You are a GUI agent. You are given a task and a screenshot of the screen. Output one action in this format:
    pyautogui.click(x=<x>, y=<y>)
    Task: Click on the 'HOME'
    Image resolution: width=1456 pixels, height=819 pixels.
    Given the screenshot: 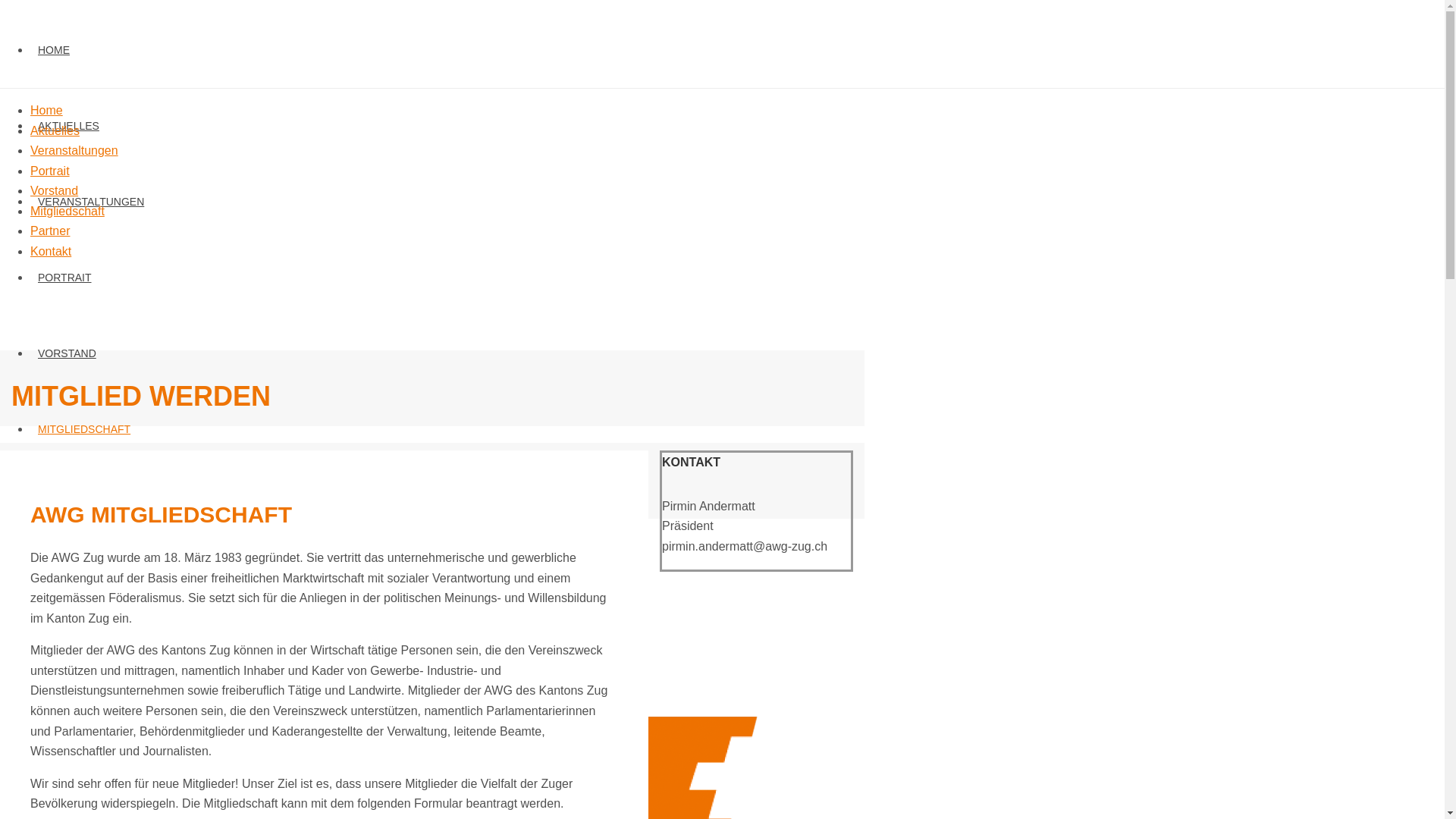 What is the action you would take?
    pyautogui.click(x=54, y=49)
    